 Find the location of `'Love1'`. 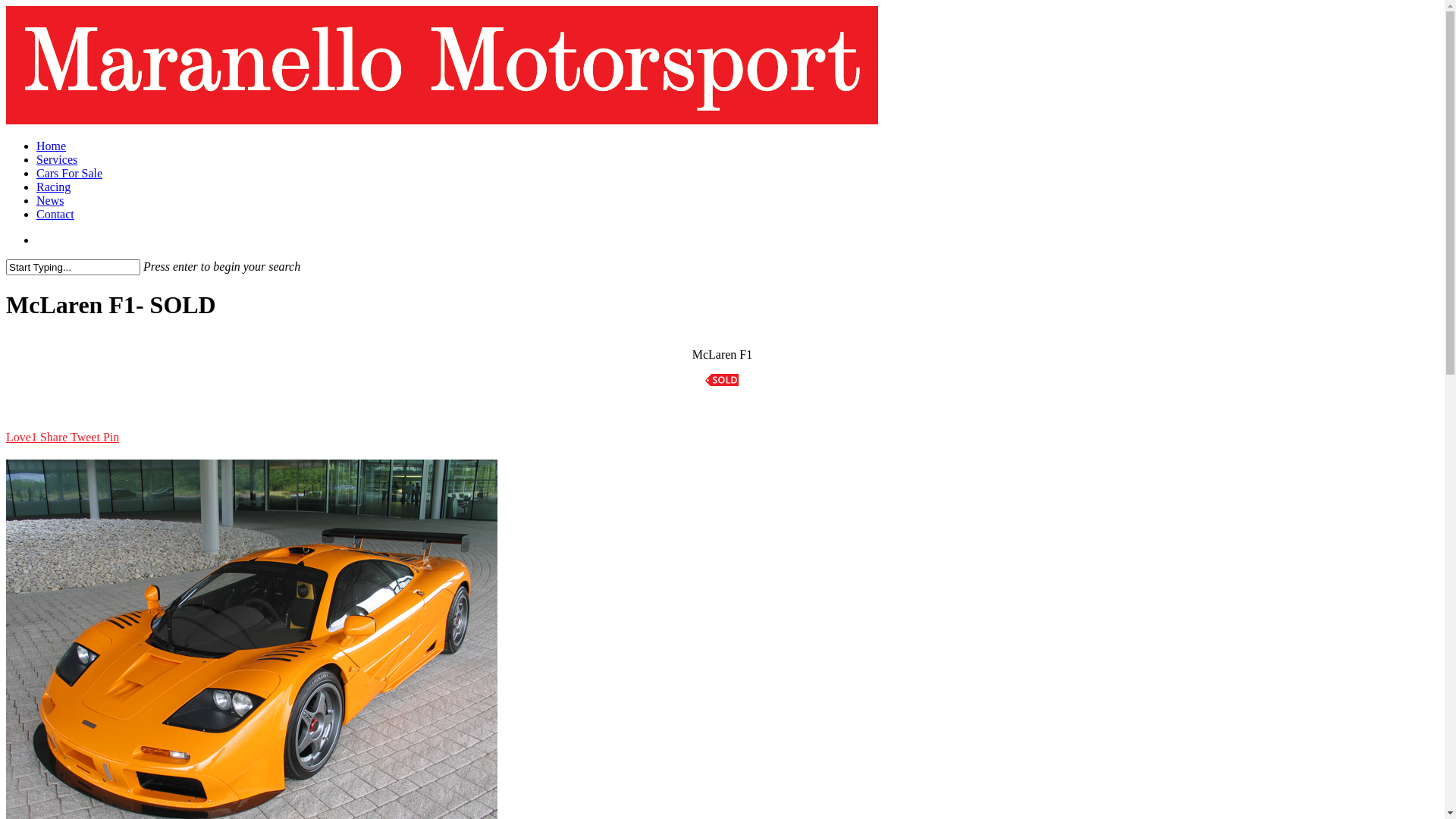

'Love1' is located at coordinates (21, 437).